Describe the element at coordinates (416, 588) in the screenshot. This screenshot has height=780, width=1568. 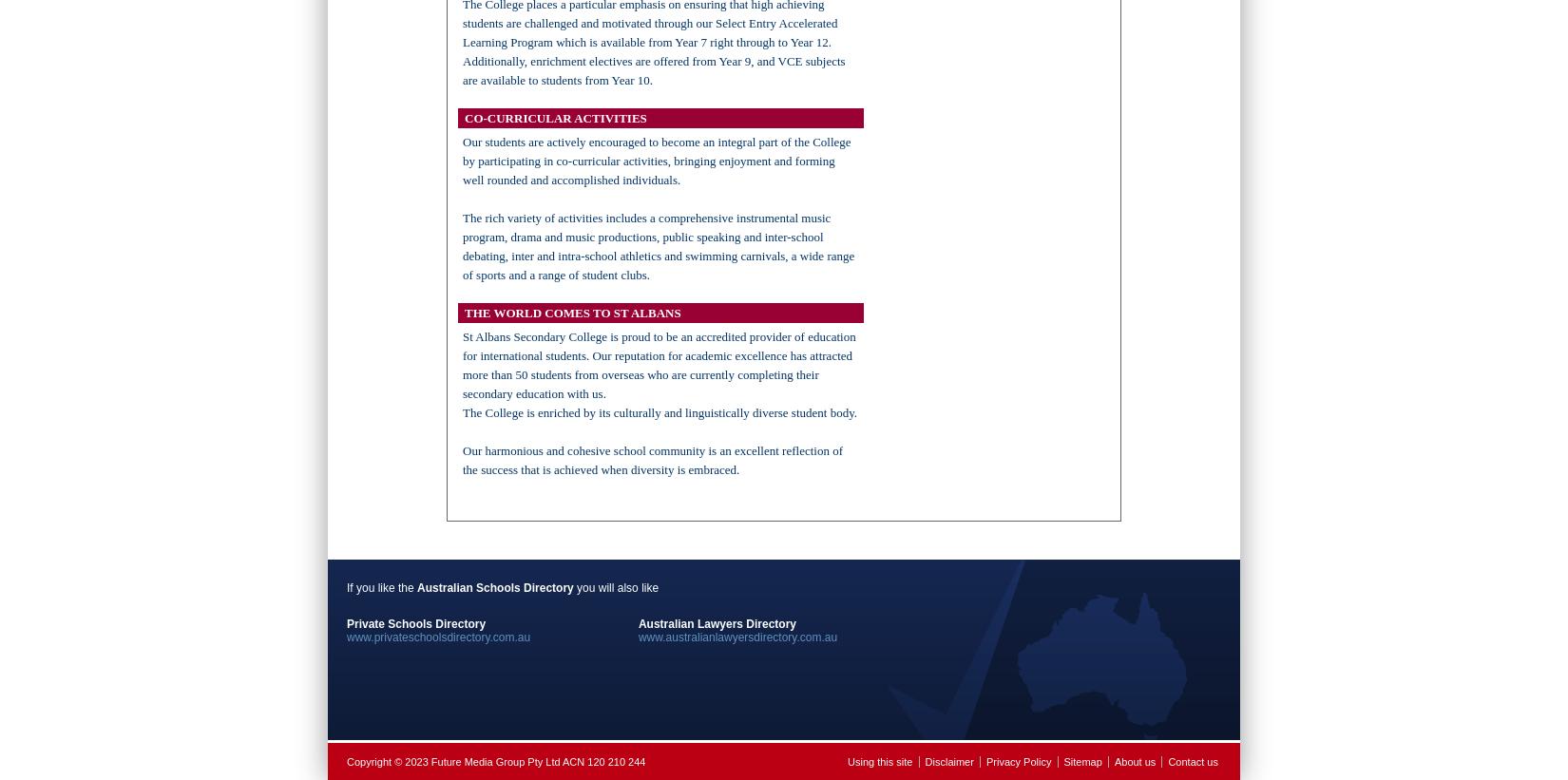
I see `'Australian Schools Directory'` at that location.